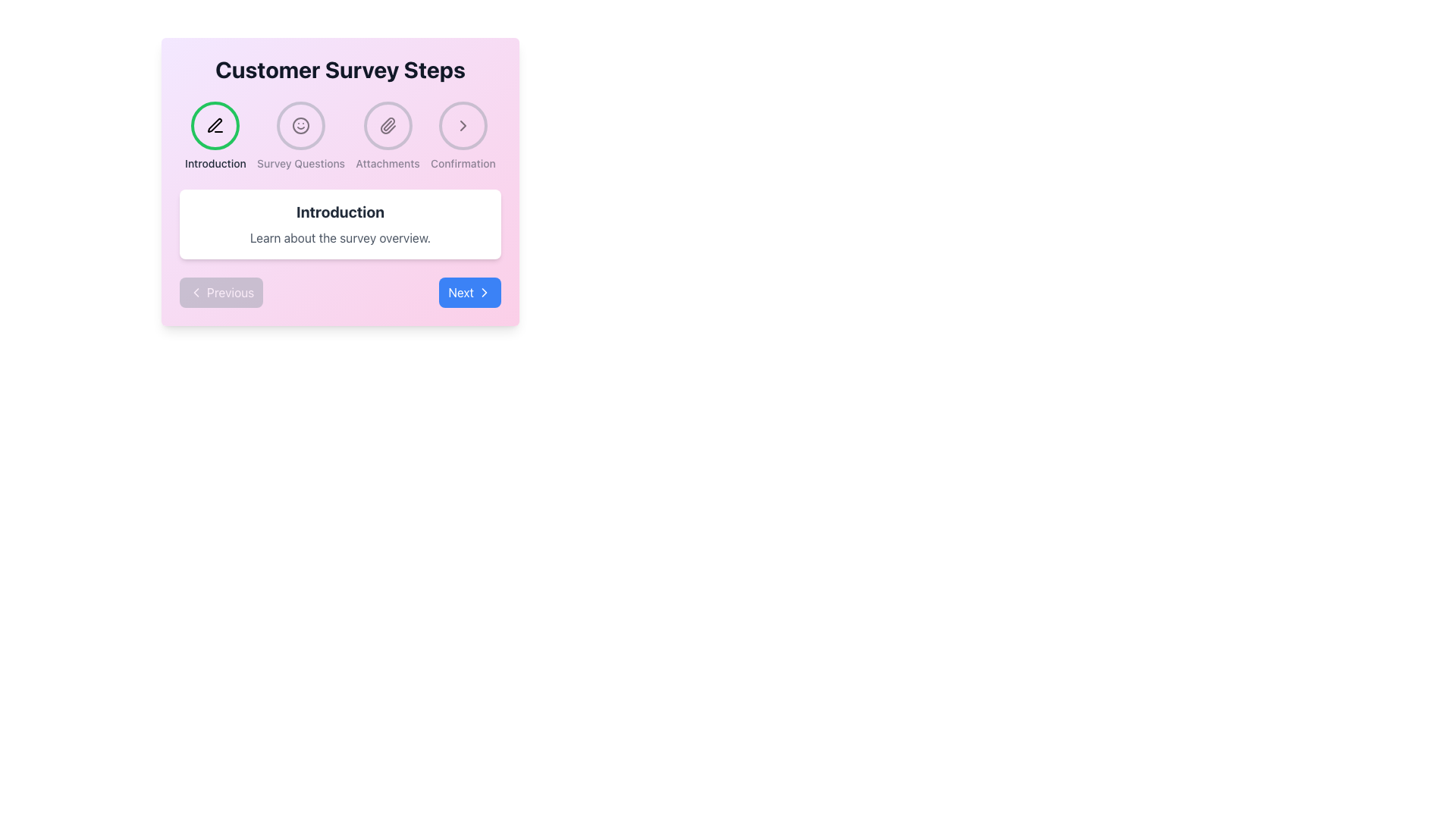  What do you see at coordinates (340, 237) in the screenshot?
I see `the static text element that reads 'Learn about the survey overview.' which is located beneath the bold 'Introduction' heading within a white box` at bounding box center [340, 237].